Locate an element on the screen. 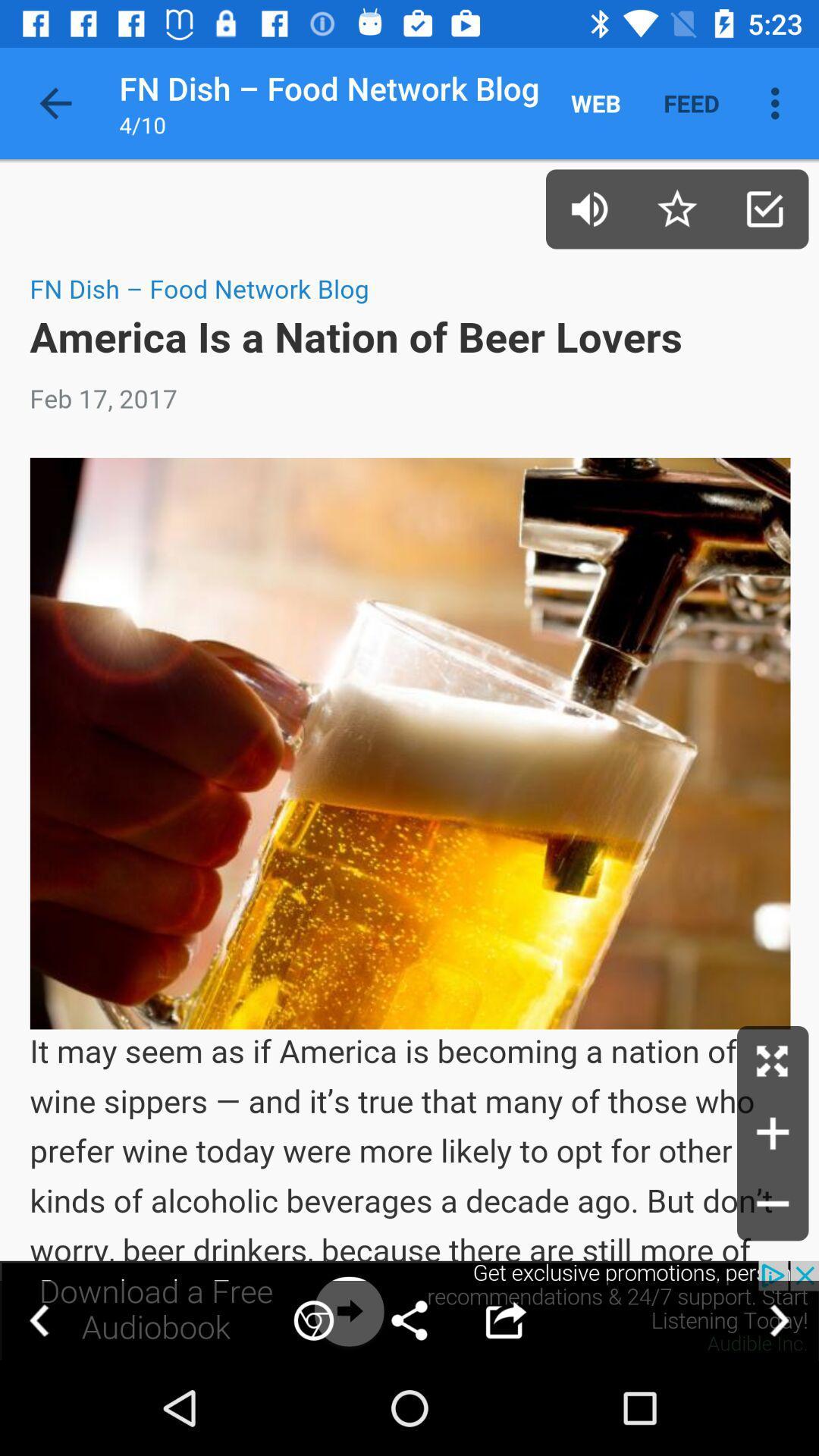 The image size is (819, 1456). check list is located at coordinates (764, 208).